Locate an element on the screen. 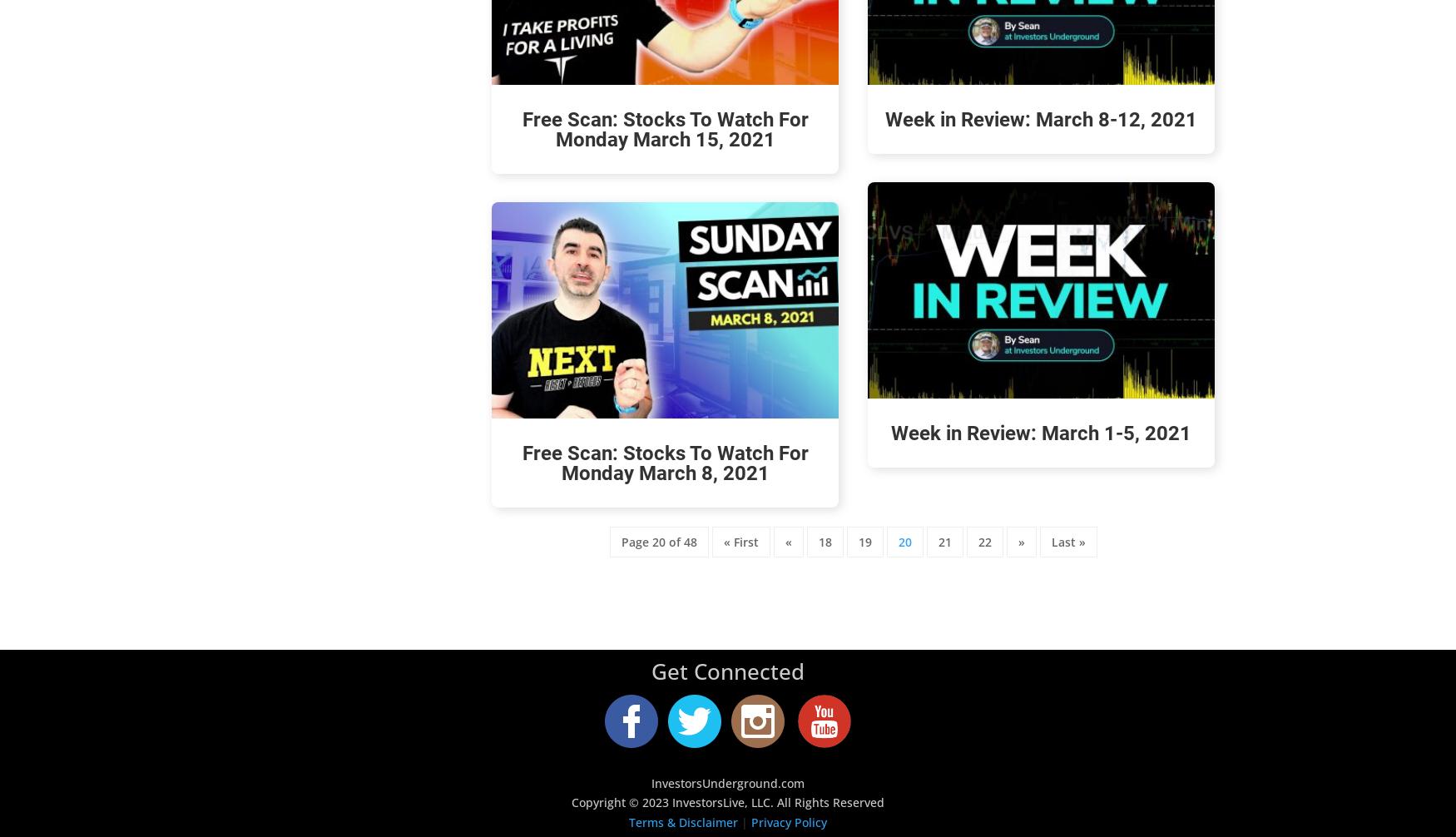 The height and width of the screenshot is (837, 1456). 'Privacy Policy' is located at coordinates (789, 821).